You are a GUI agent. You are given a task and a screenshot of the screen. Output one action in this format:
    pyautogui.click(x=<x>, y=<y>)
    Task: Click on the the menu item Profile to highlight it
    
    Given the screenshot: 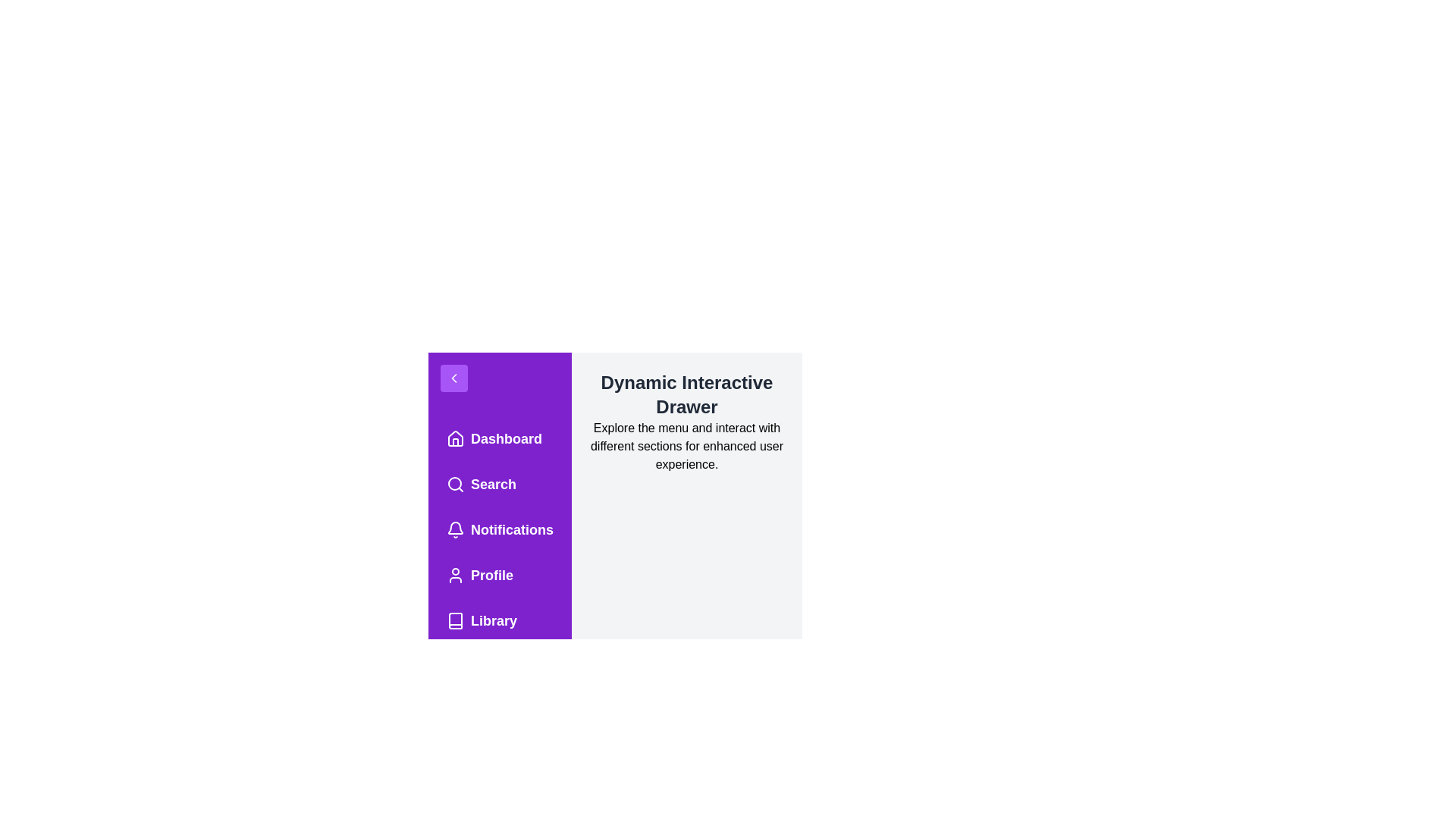 What is the action you would take?
    pyautogui.click(x=499, y=576)
    